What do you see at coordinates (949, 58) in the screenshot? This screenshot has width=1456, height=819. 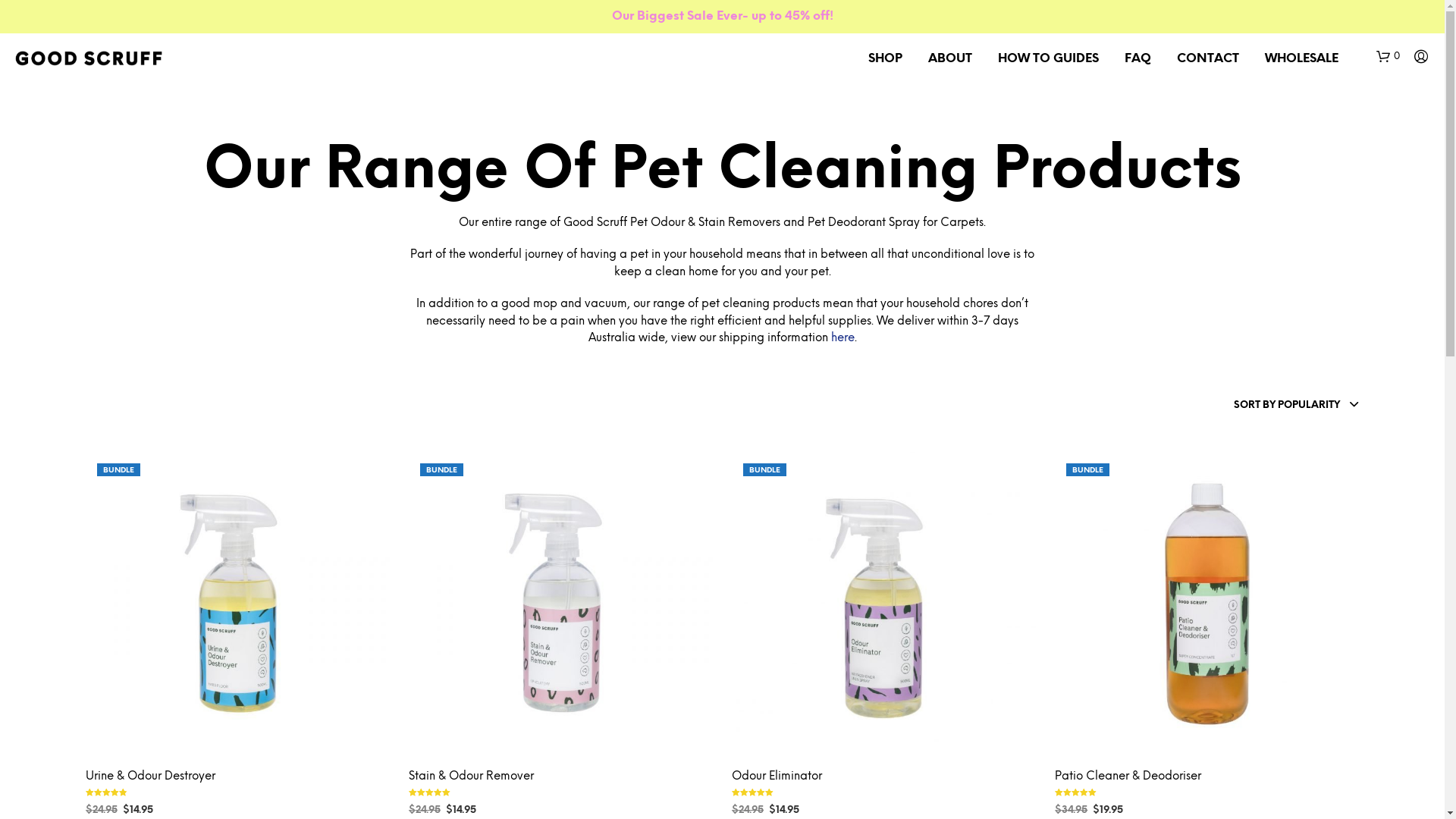 I see `'ABOUT'` at bounding box center [949, 58].